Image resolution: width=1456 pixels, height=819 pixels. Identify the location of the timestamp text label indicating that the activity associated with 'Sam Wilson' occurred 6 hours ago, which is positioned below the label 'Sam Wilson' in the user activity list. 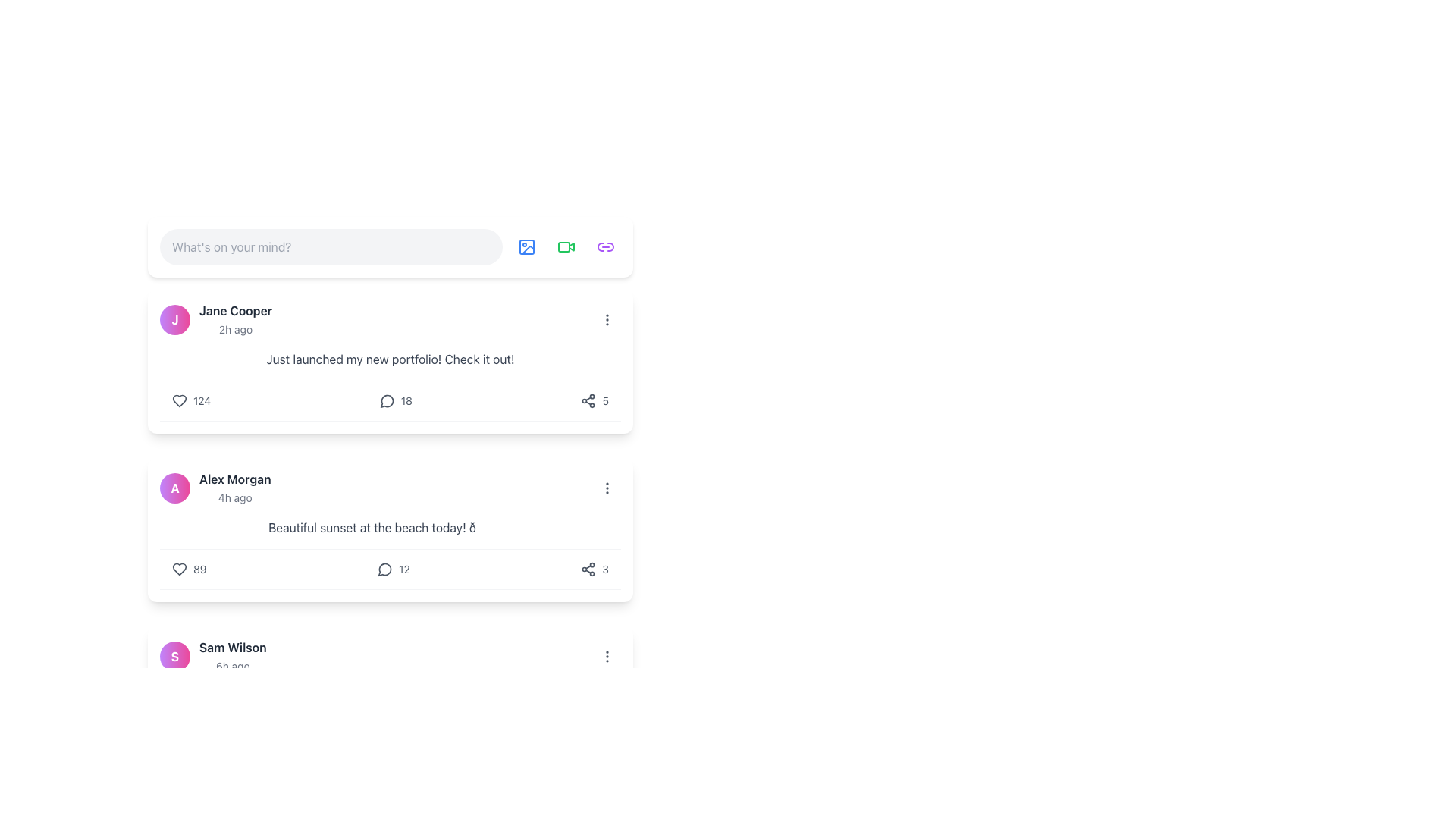
(232, 665).